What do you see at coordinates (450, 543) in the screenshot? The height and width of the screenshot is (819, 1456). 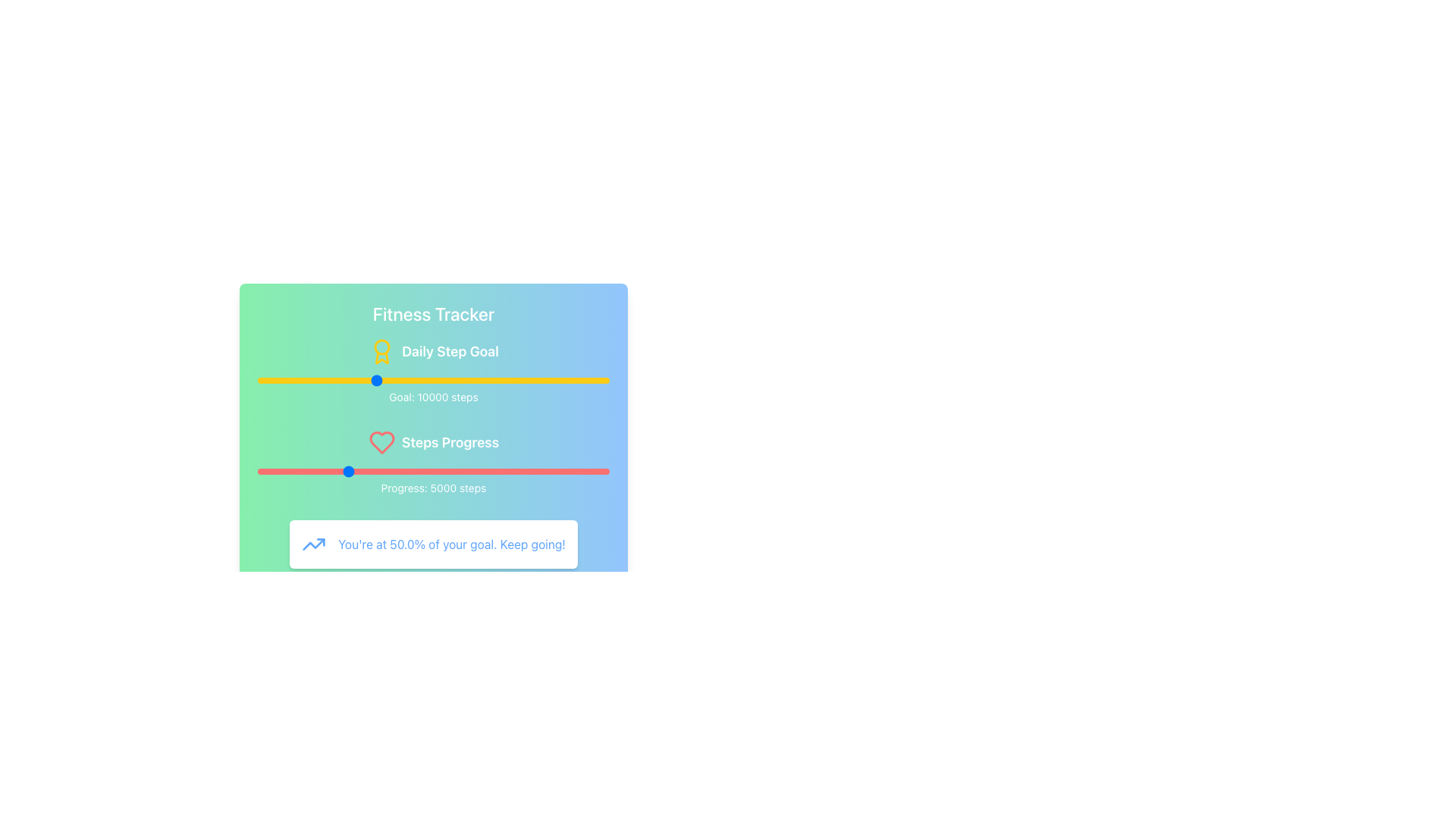 I see `the motivational feedback Text Display element, which shows progress as a percentage and is located to the right of a blue trending-up icon in the fitness tracker dashboard` at bounding box center [450, 543].